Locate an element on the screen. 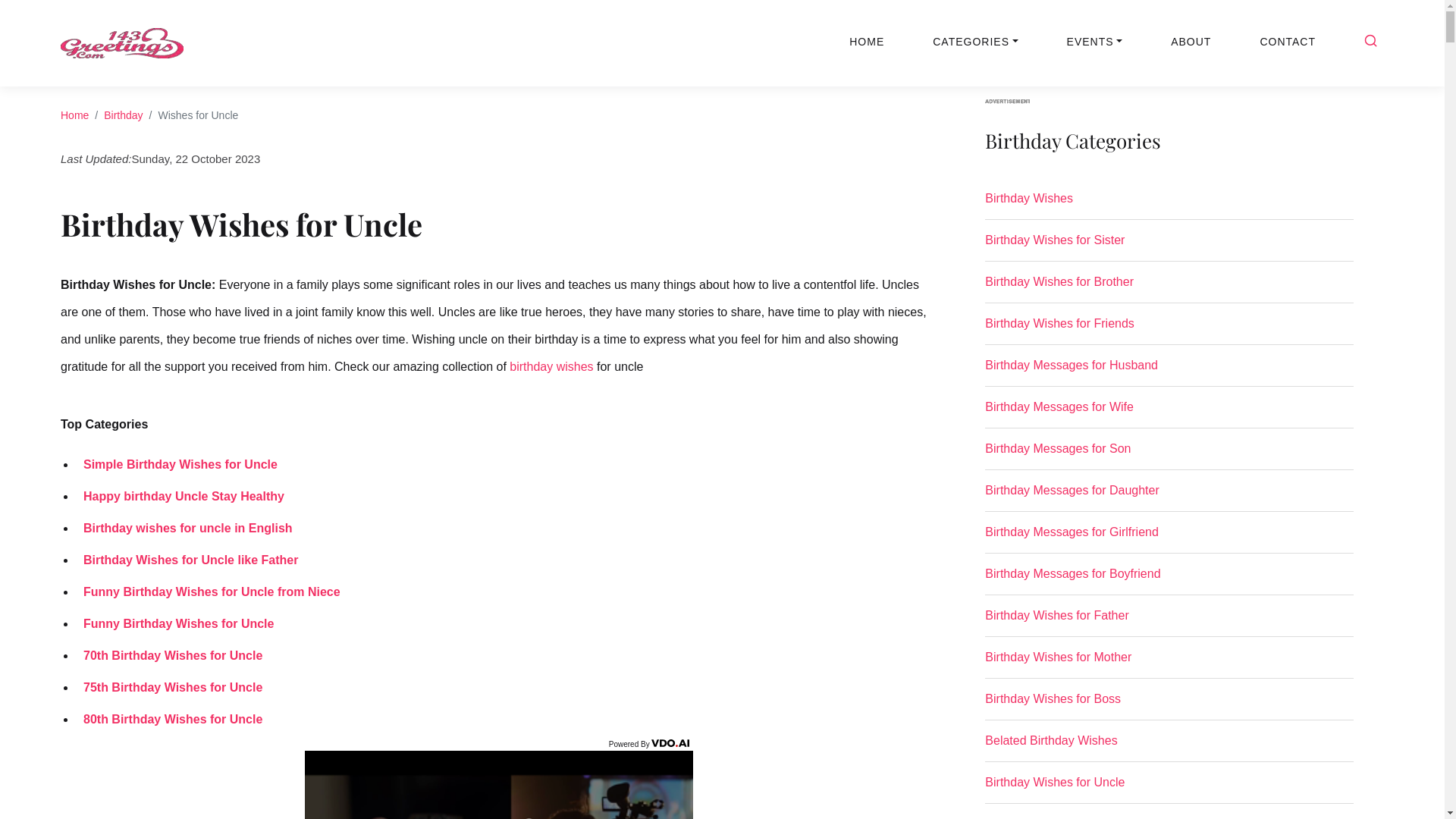 The width and height of the screenshot is (1456, 819). 'Birthday Wishes for Sister' is located at coordinates (985, 245).